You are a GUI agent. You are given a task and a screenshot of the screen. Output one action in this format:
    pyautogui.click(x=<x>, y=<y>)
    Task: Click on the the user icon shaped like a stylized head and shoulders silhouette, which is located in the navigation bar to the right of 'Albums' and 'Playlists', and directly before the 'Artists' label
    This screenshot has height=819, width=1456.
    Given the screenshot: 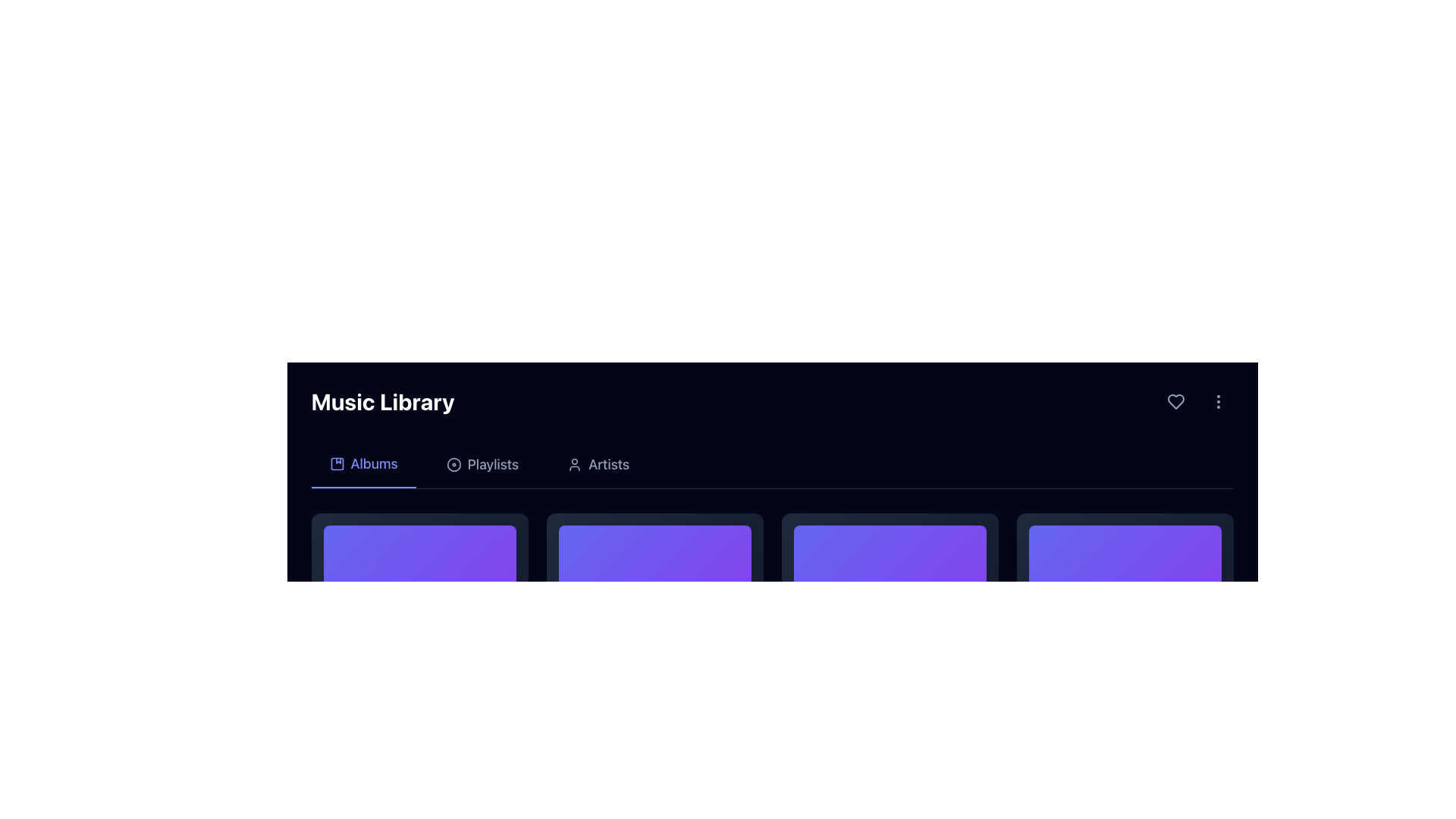 What is the action you would take?
    pyautogui.click(x=574, y=464)
    